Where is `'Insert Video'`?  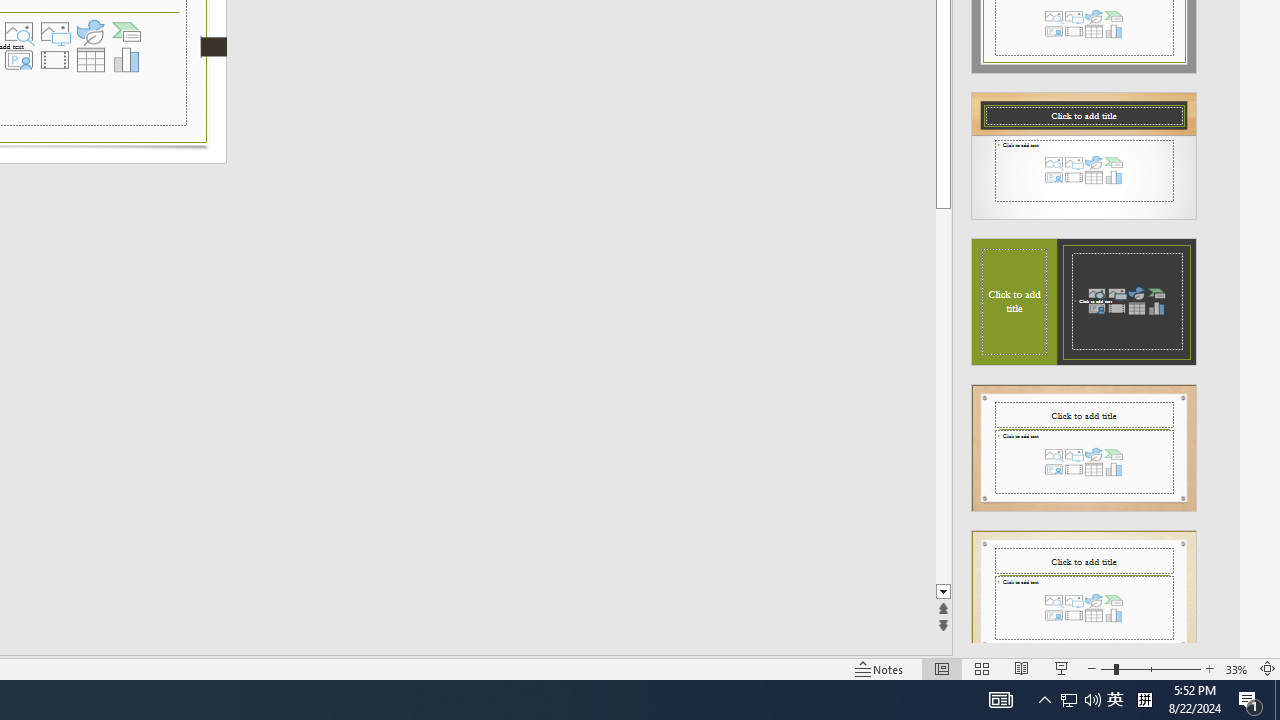
'Insert Video' is located at coordinates (54, 59).